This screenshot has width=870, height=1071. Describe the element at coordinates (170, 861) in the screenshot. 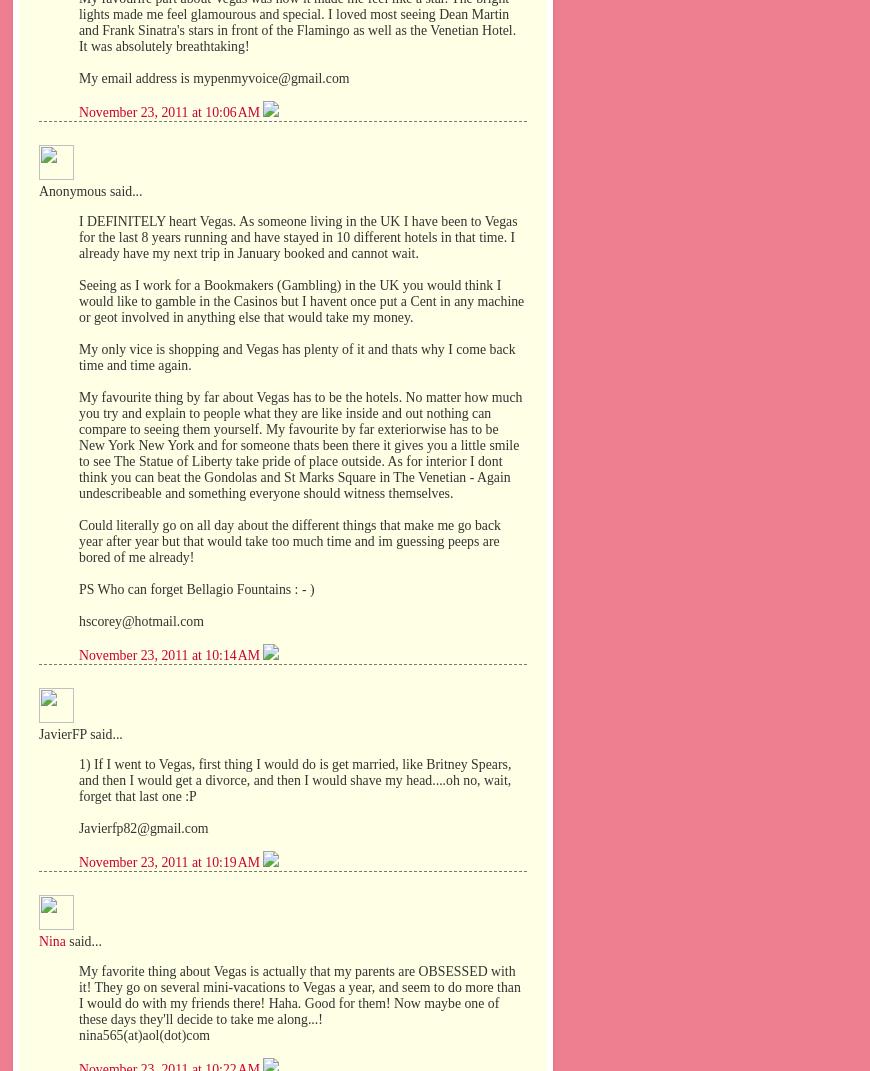

I see `'November 23, 2011 at 10:19 AM'` at that location.